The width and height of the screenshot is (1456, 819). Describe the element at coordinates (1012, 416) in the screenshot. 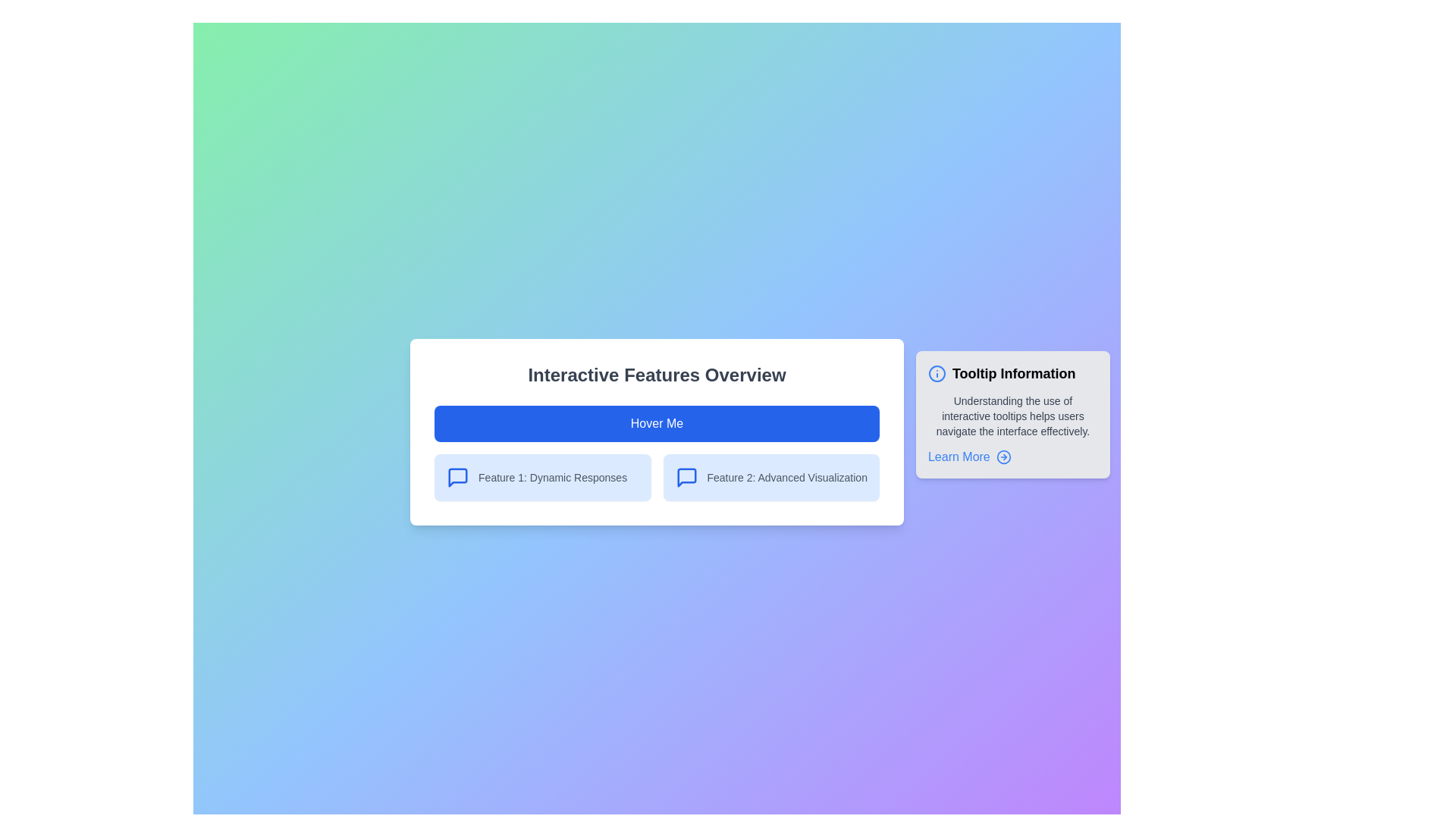

I see `explanatory text located centrally within the 'Tooltip Information' component, specifically positioned under the heading text and above the 'Learn More' link` at that location.